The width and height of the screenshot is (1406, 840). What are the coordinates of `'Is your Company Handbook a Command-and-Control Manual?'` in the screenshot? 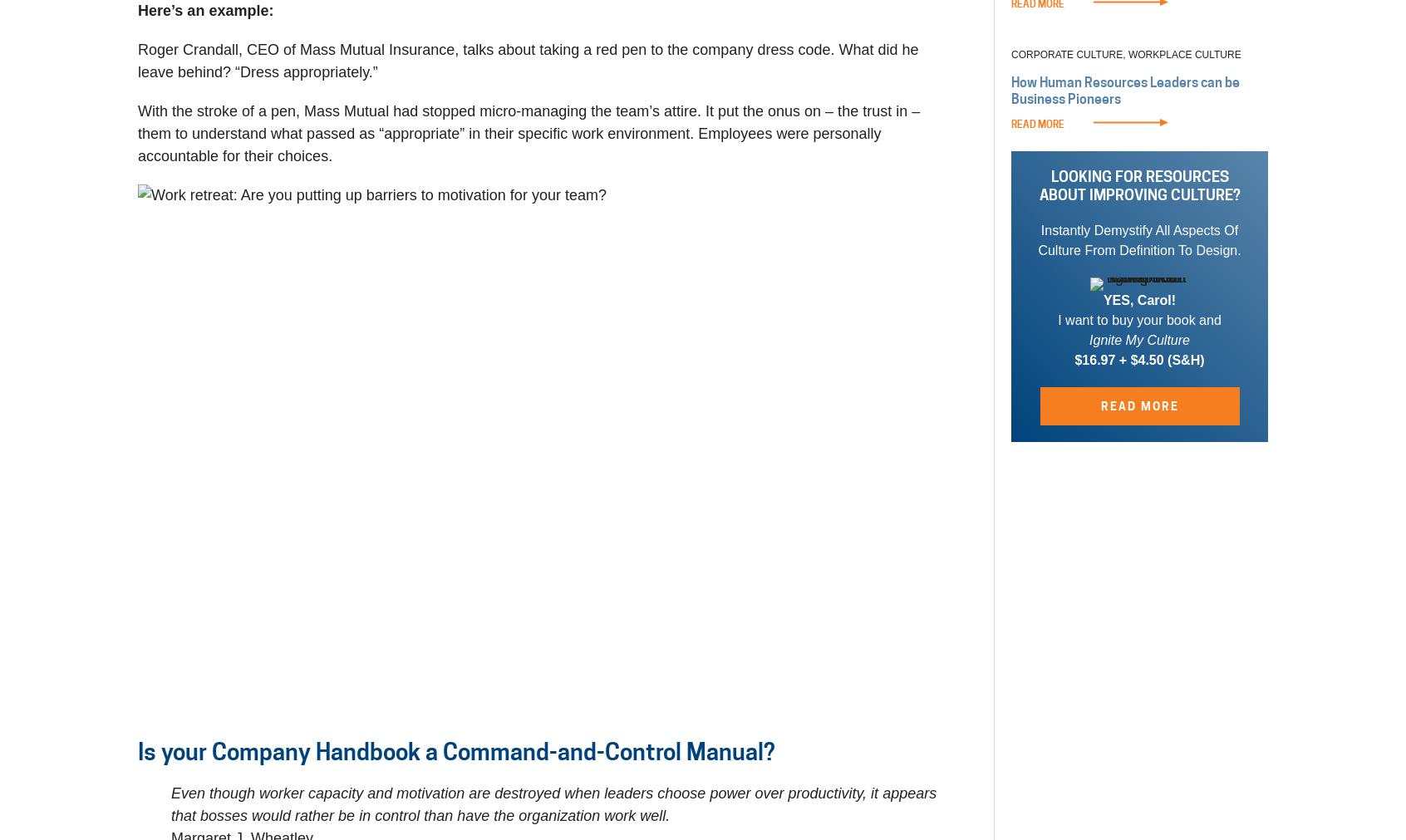 It's located at (456, 751).